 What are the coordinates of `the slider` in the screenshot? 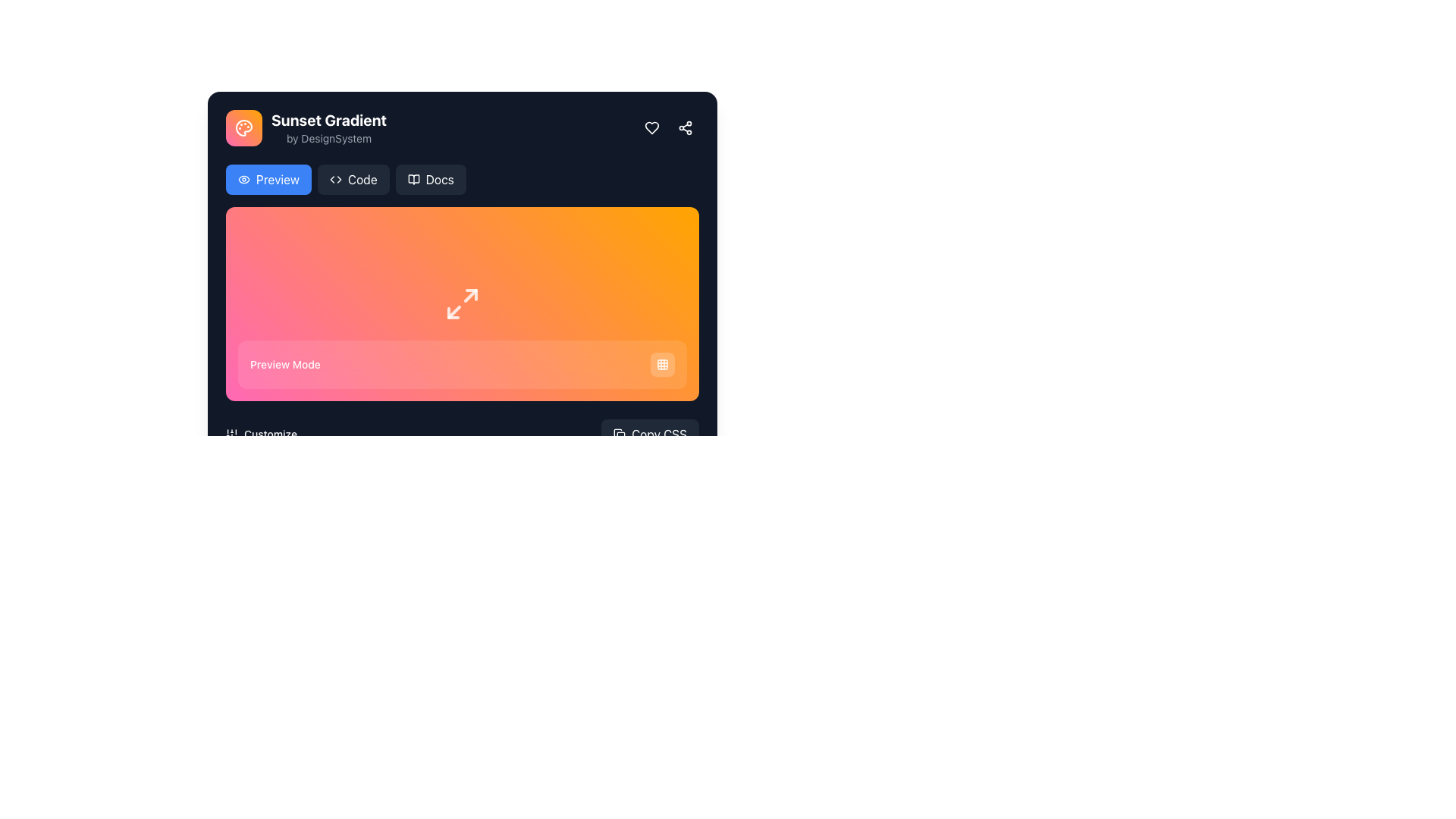 It's located at (649, 558).